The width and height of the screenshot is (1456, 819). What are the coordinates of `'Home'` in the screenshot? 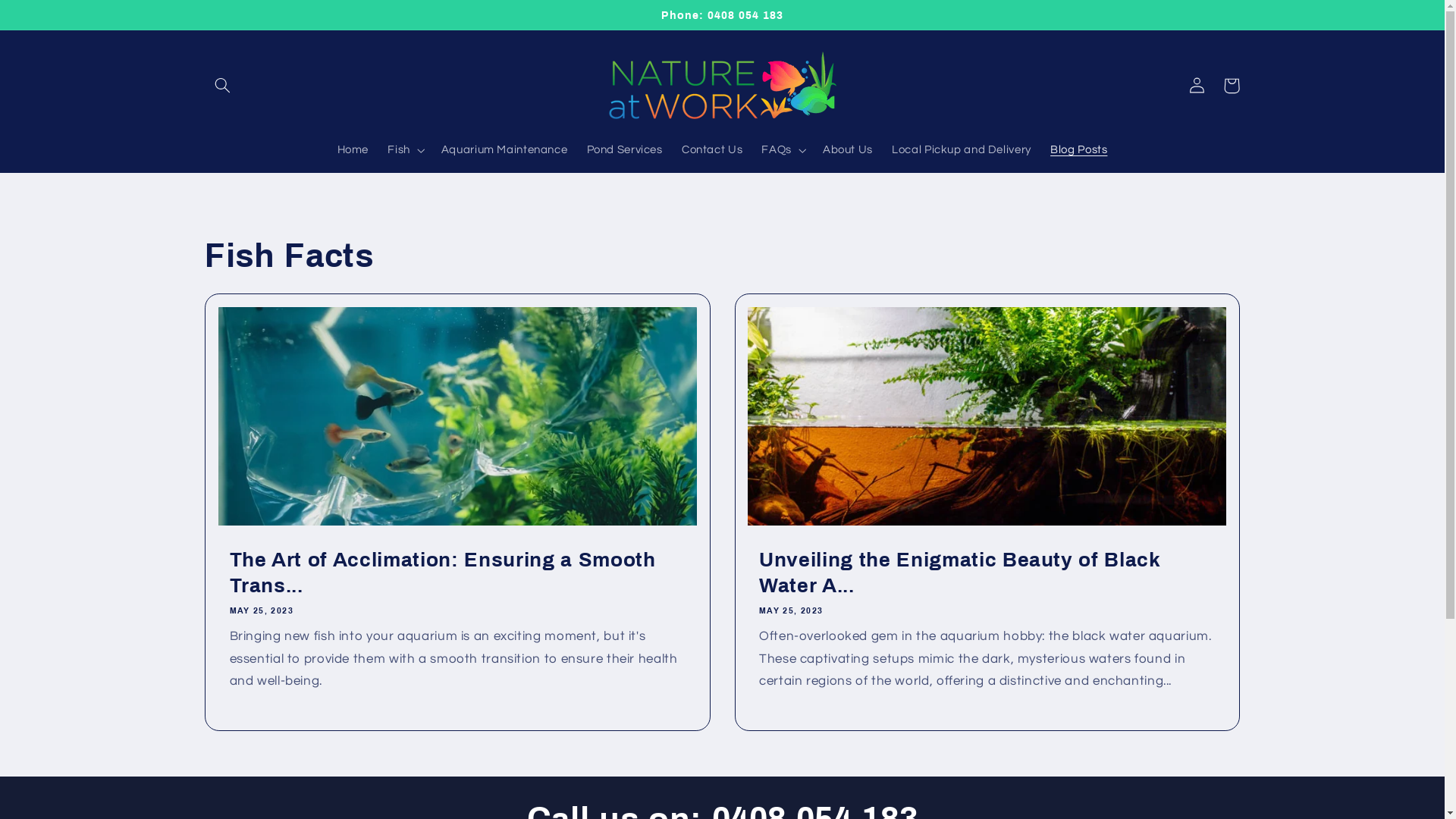 It's located at (352, 149).